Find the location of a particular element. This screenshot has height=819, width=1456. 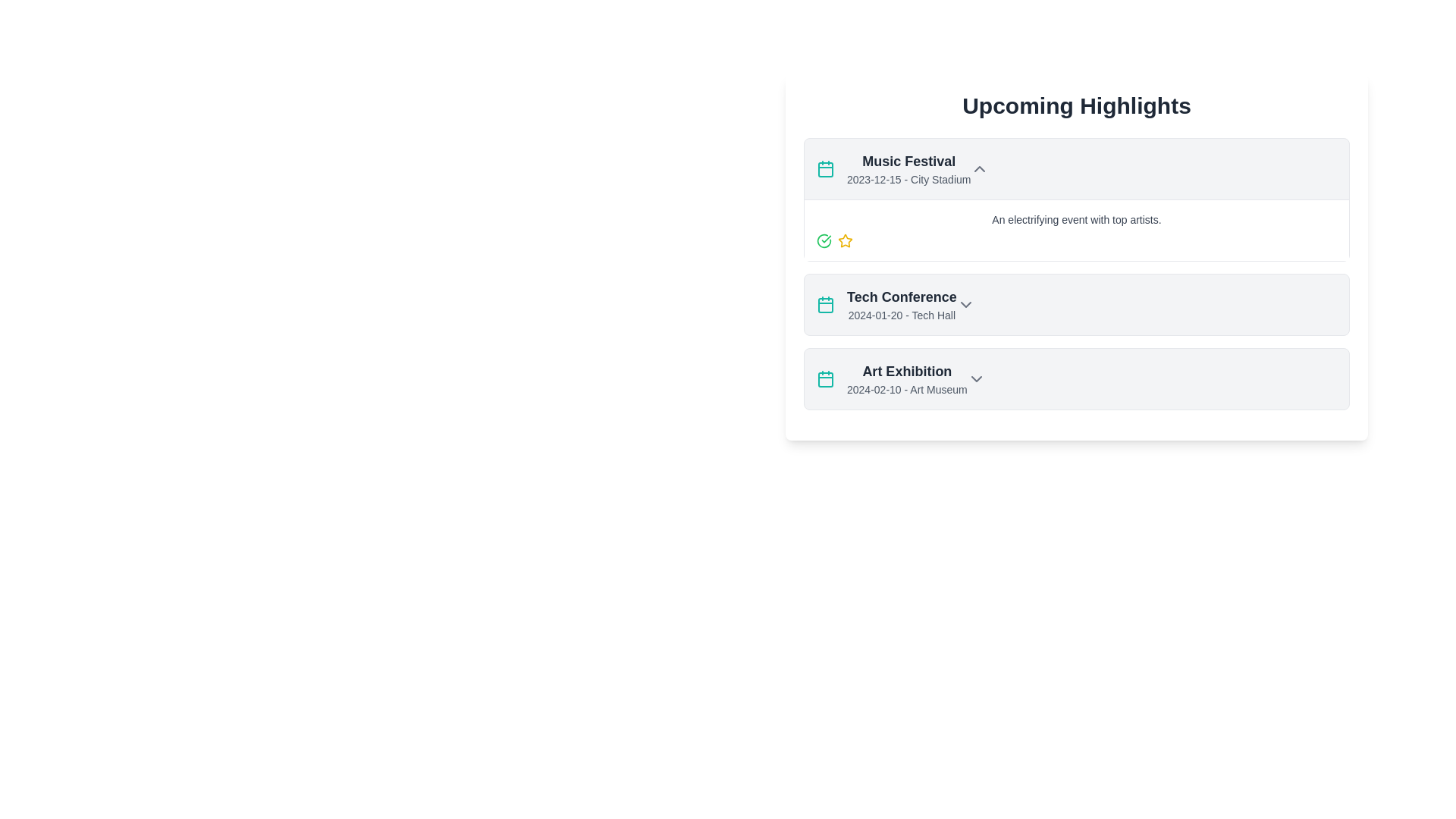

the downward-facing chevron icon is located at coordinates (976, 378).